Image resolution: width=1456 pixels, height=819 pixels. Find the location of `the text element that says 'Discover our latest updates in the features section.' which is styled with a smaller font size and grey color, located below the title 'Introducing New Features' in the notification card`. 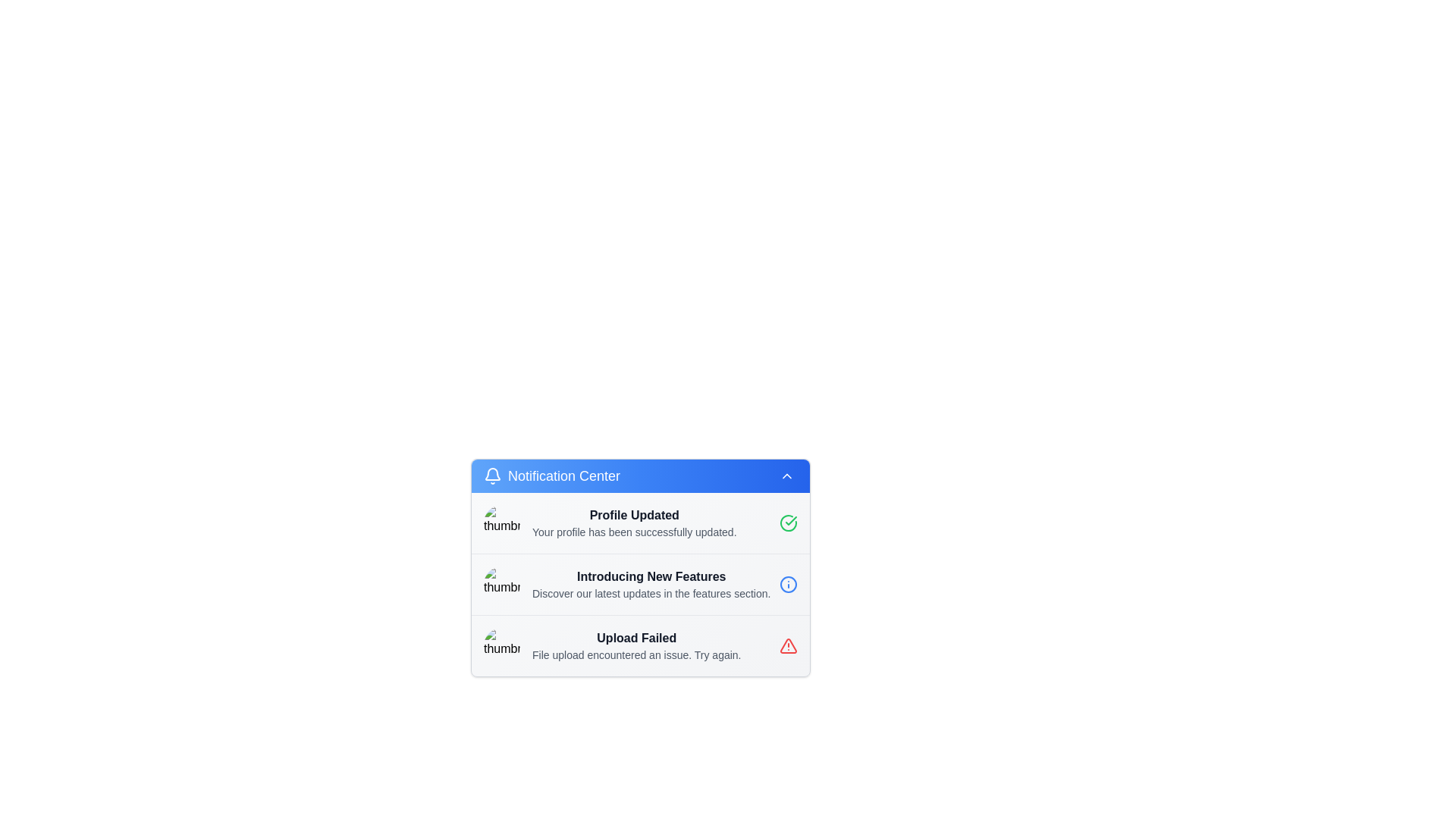

the text element that says 'Discover our latest updates in the features section.' which is styled with a smaller font size and grey color, located below the title 'Introducing New Features' in the notification card is located at coordinates (651, 593).